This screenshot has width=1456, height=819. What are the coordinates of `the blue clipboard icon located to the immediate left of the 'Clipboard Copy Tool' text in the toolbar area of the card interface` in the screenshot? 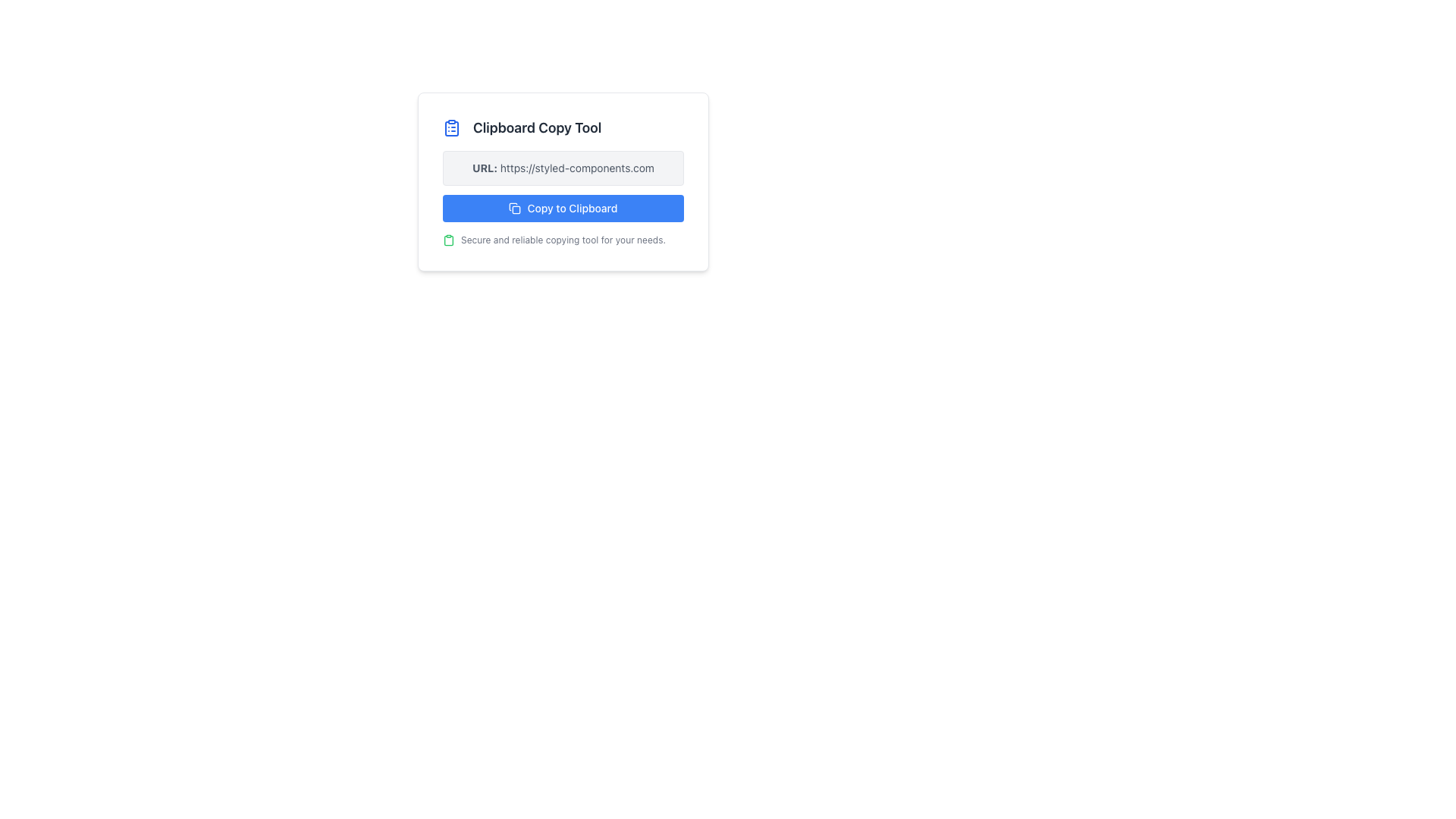 It's located at (450, 127).